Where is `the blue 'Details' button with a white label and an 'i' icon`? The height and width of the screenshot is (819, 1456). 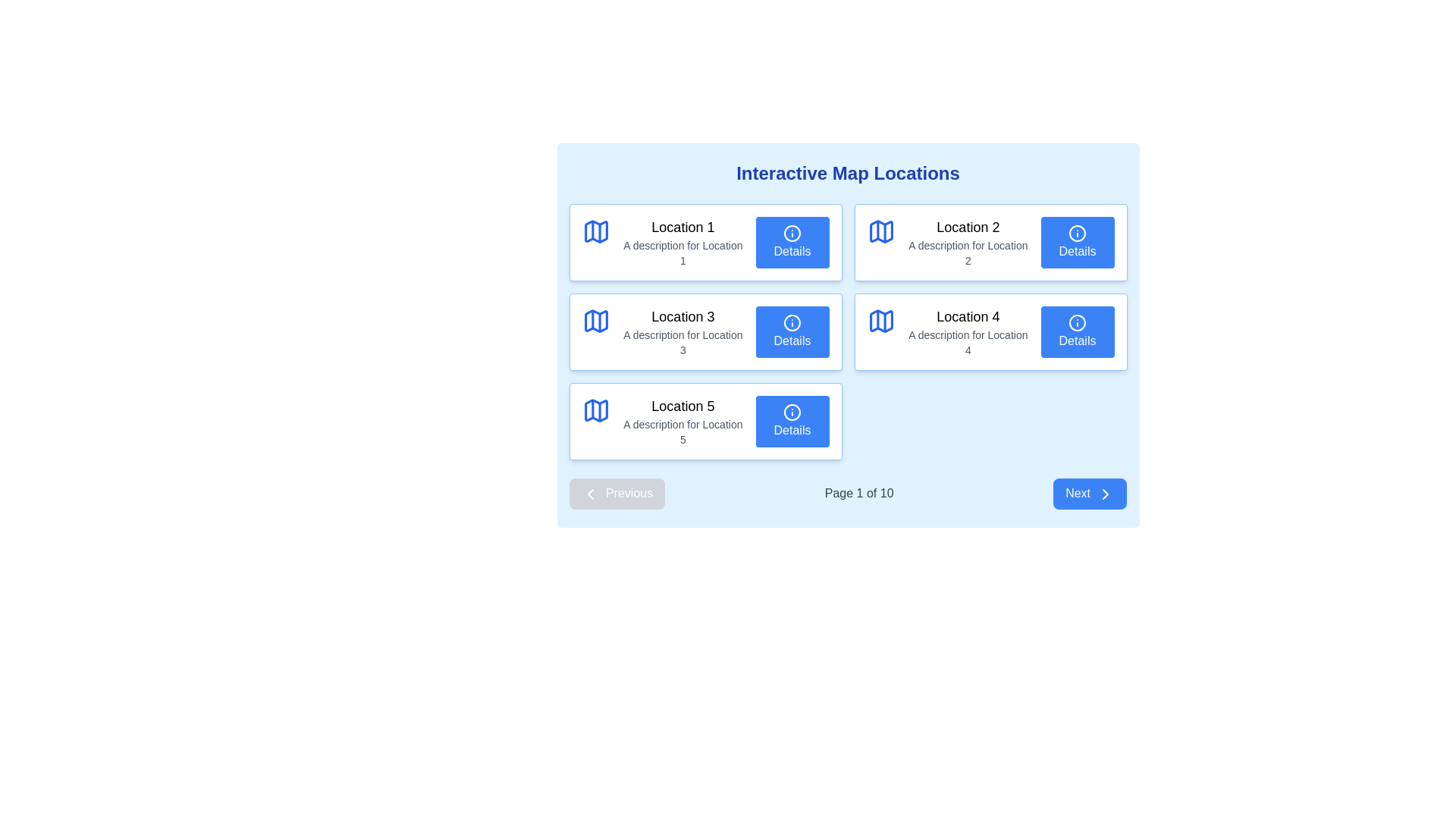 the blue 'Details' button with a white label and an 'i' icon is located at coordinates (792, 331).